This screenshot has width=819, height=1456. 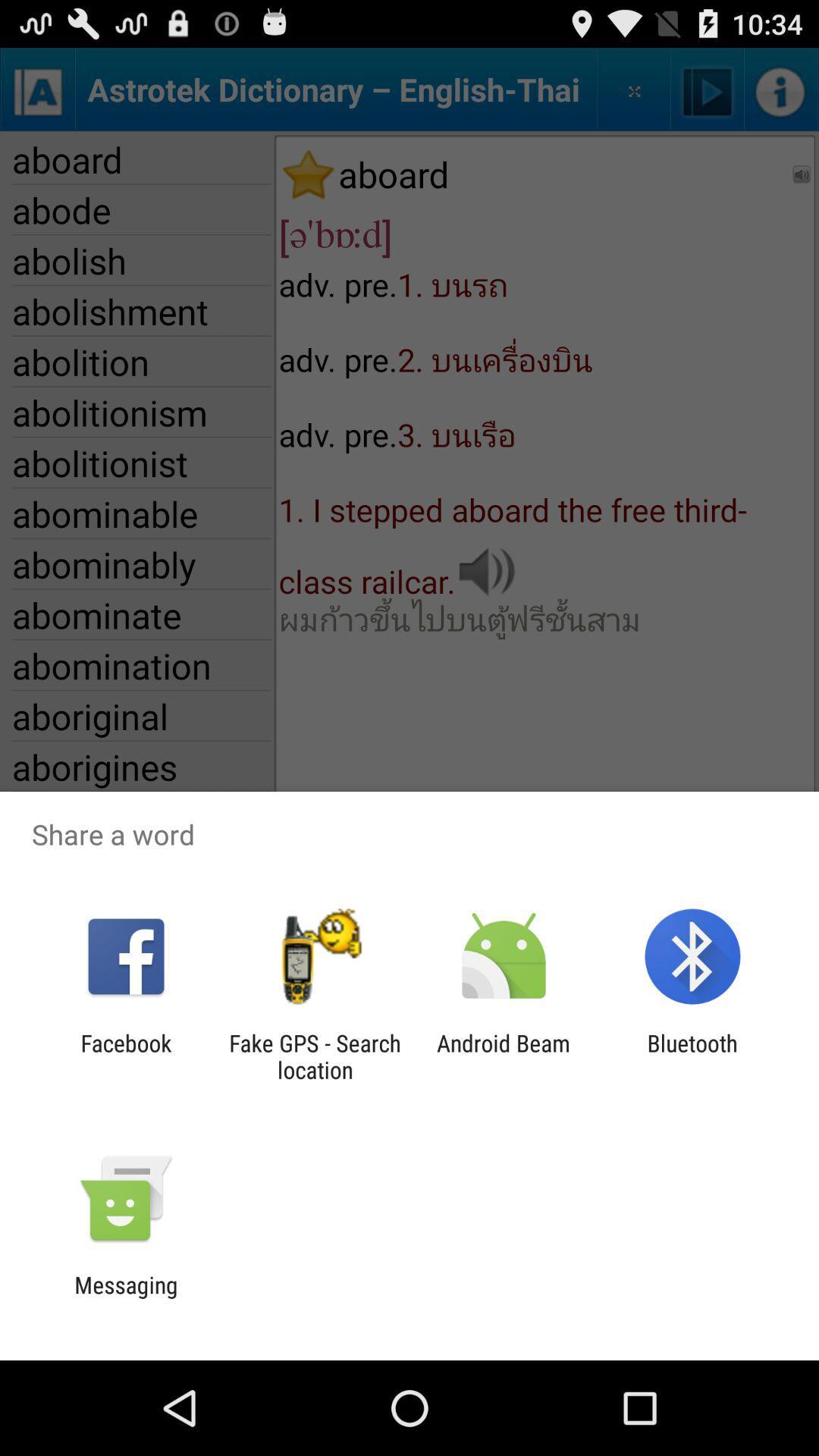 I want to click on the app to the right of android beam app, so click(x=692, y=1056).